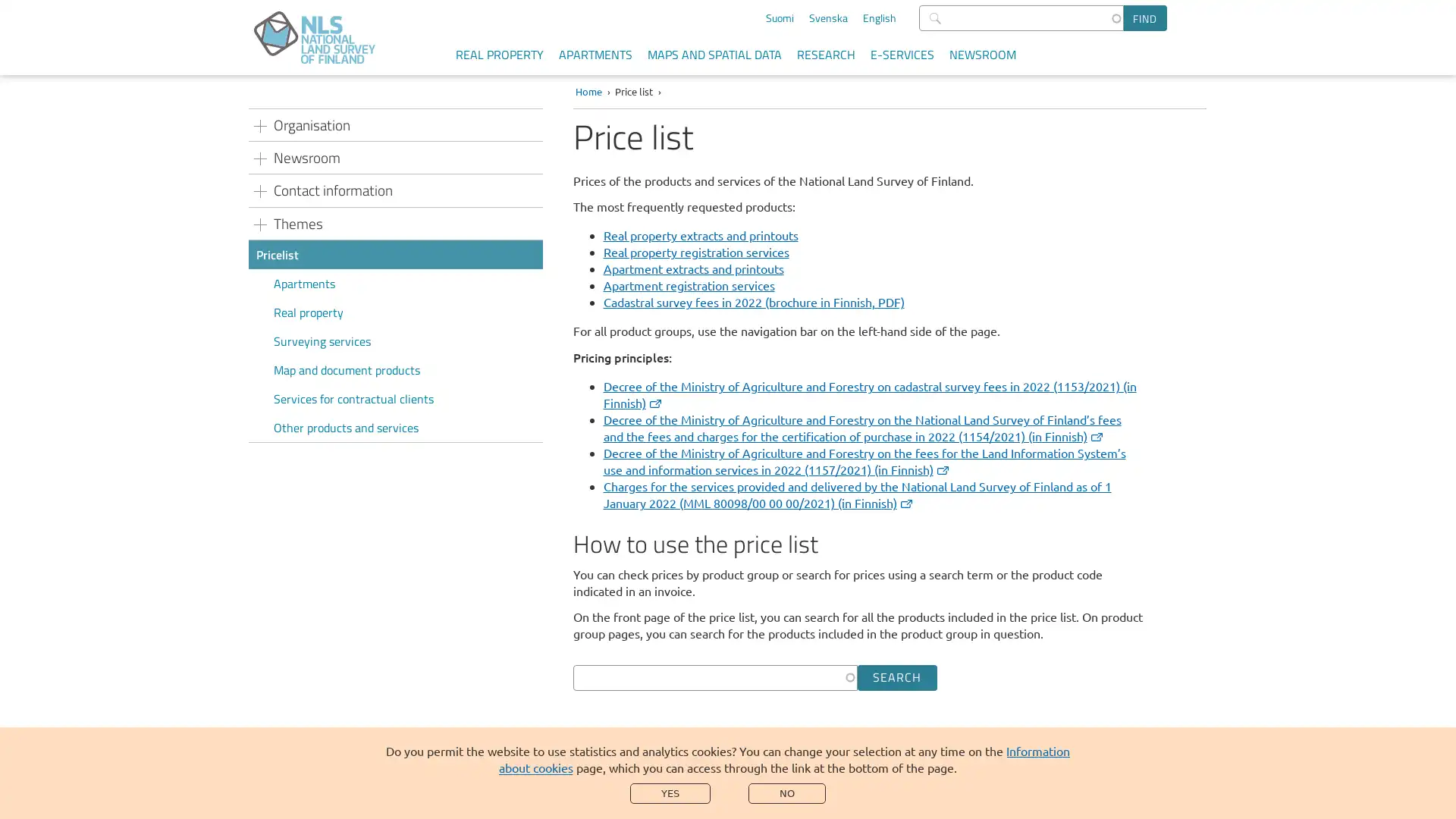 The width and height of the screenshot is (1456, 819). What do you see at coordinates (669, 792) in the screenshot?
I see `YES` at bounding box center [669, 792].